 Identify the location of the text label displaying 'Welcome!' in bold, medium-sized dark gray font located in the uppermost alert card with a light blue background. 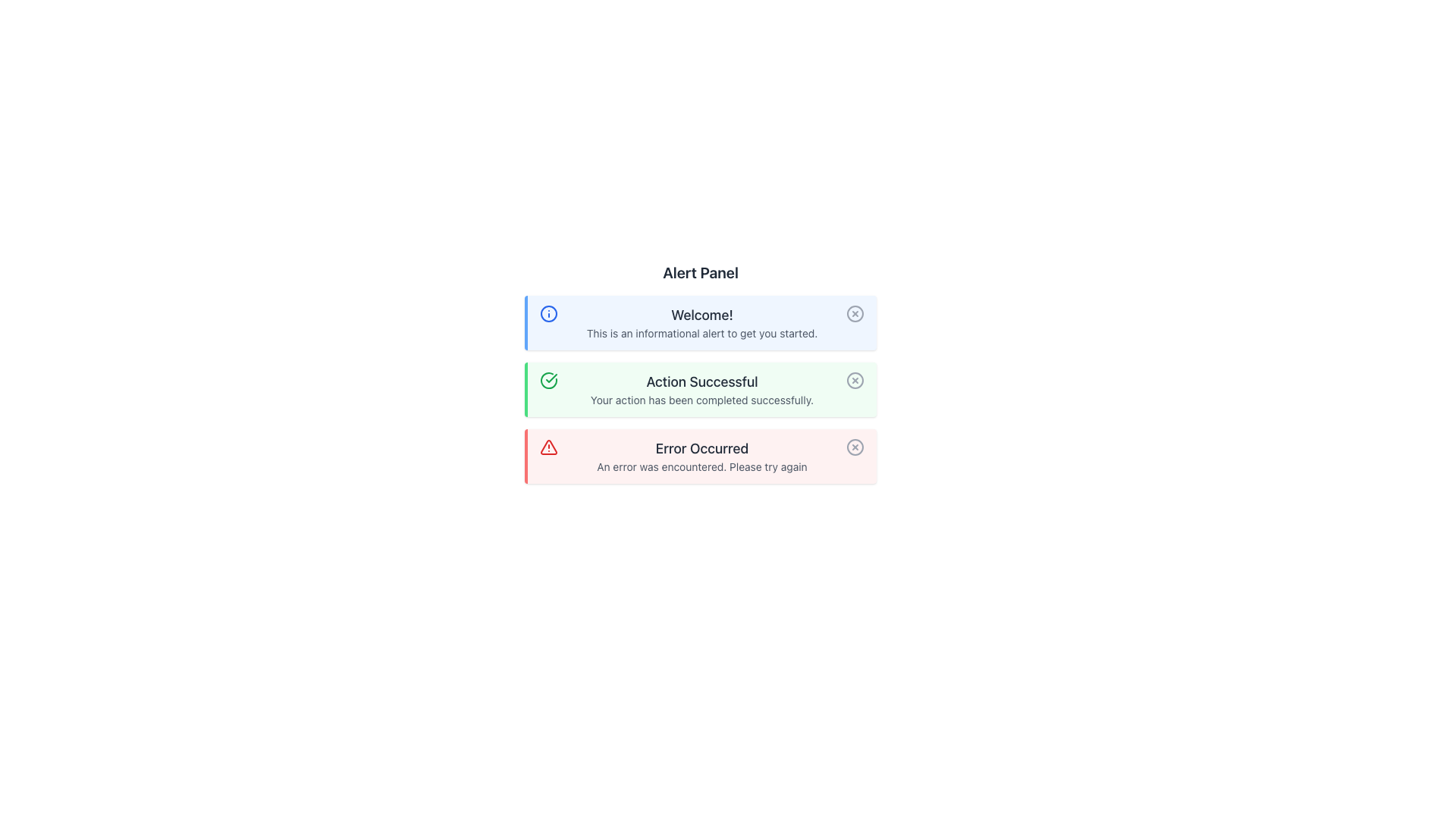
(701, 315).